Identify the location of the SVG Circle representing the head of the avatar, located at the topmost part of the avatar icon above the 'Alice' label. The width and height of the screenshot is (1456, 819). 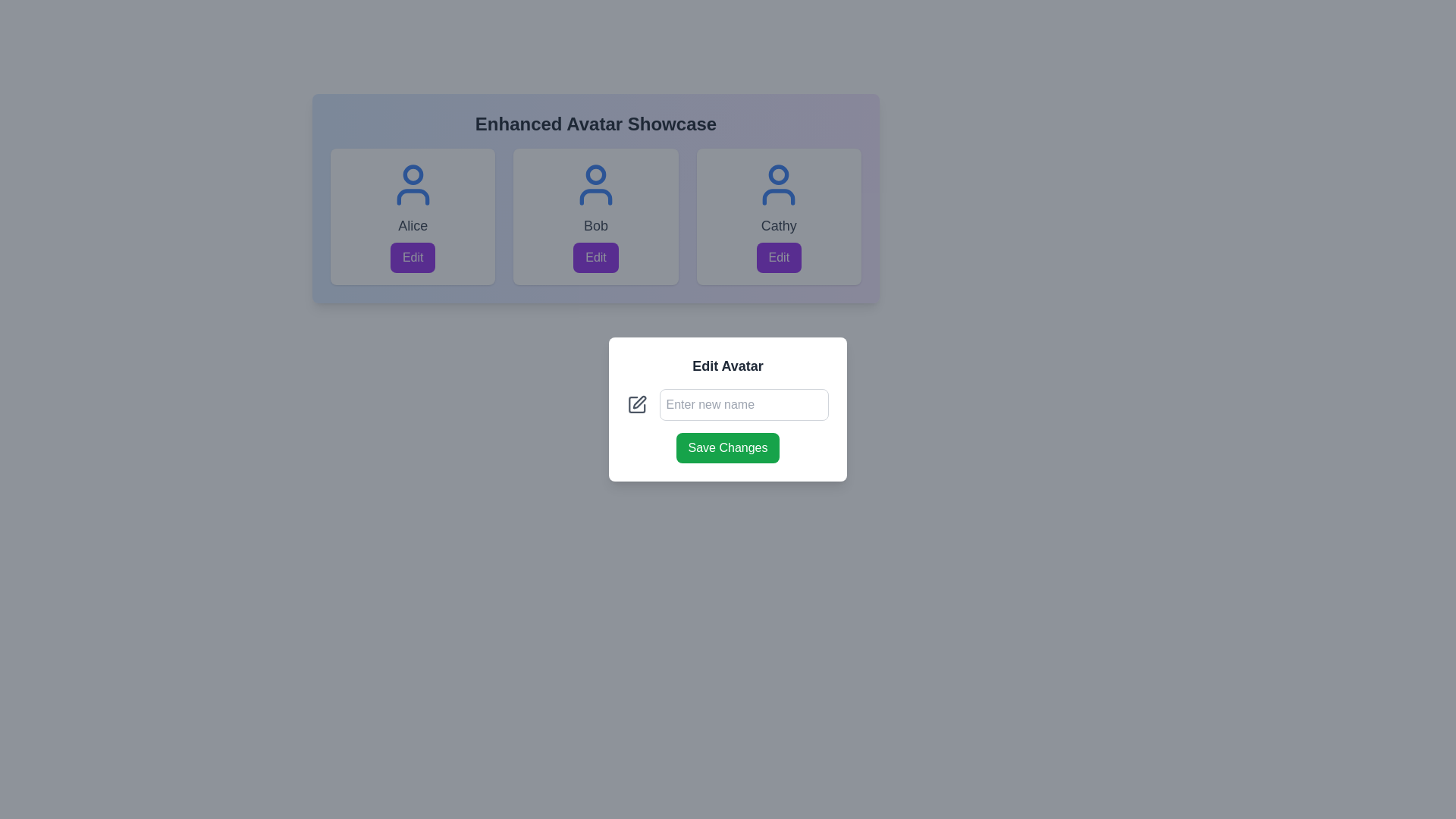
(413, 174).